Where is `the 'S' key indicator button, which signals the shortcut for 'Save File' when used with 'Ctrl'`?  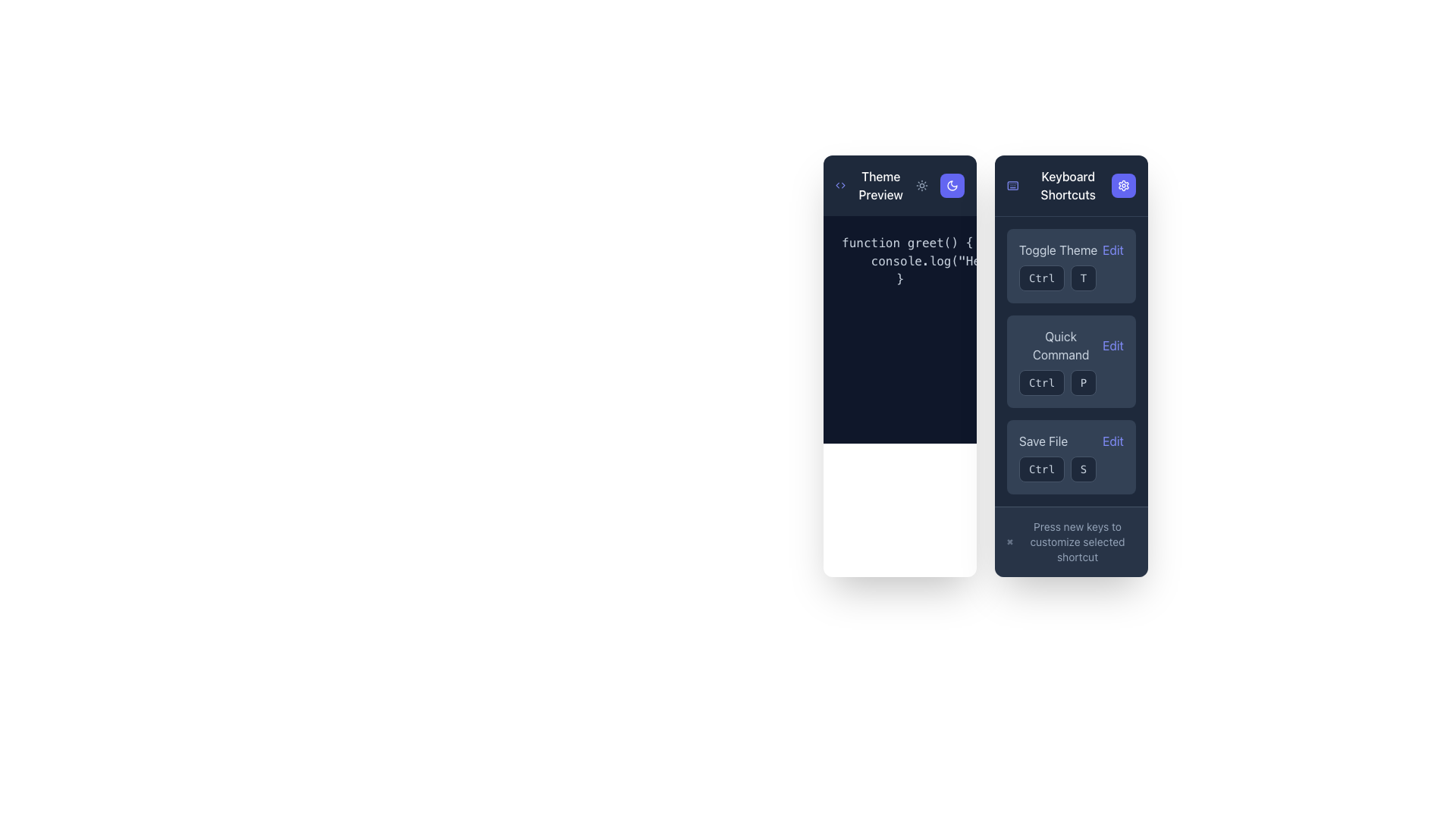
the 'S' key indicator button, which signals the shortcut for 'Save File' when used with 'Ctrl' is located at coordinates (1070, 456).